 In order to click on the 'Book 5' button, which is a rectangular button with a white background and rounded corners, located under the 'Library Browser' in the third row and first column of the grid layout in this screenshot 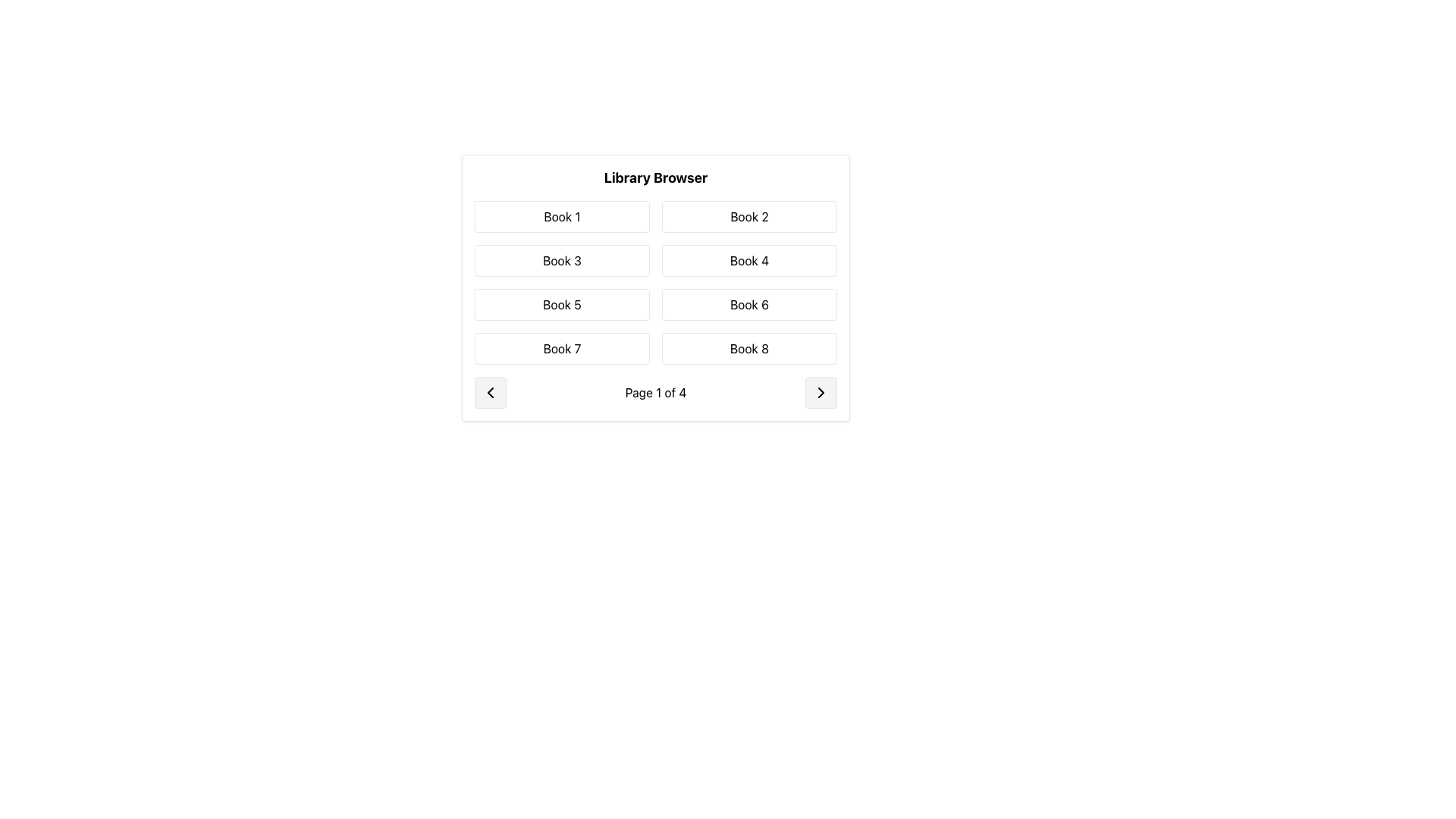, I will do `click(561, 304)`.